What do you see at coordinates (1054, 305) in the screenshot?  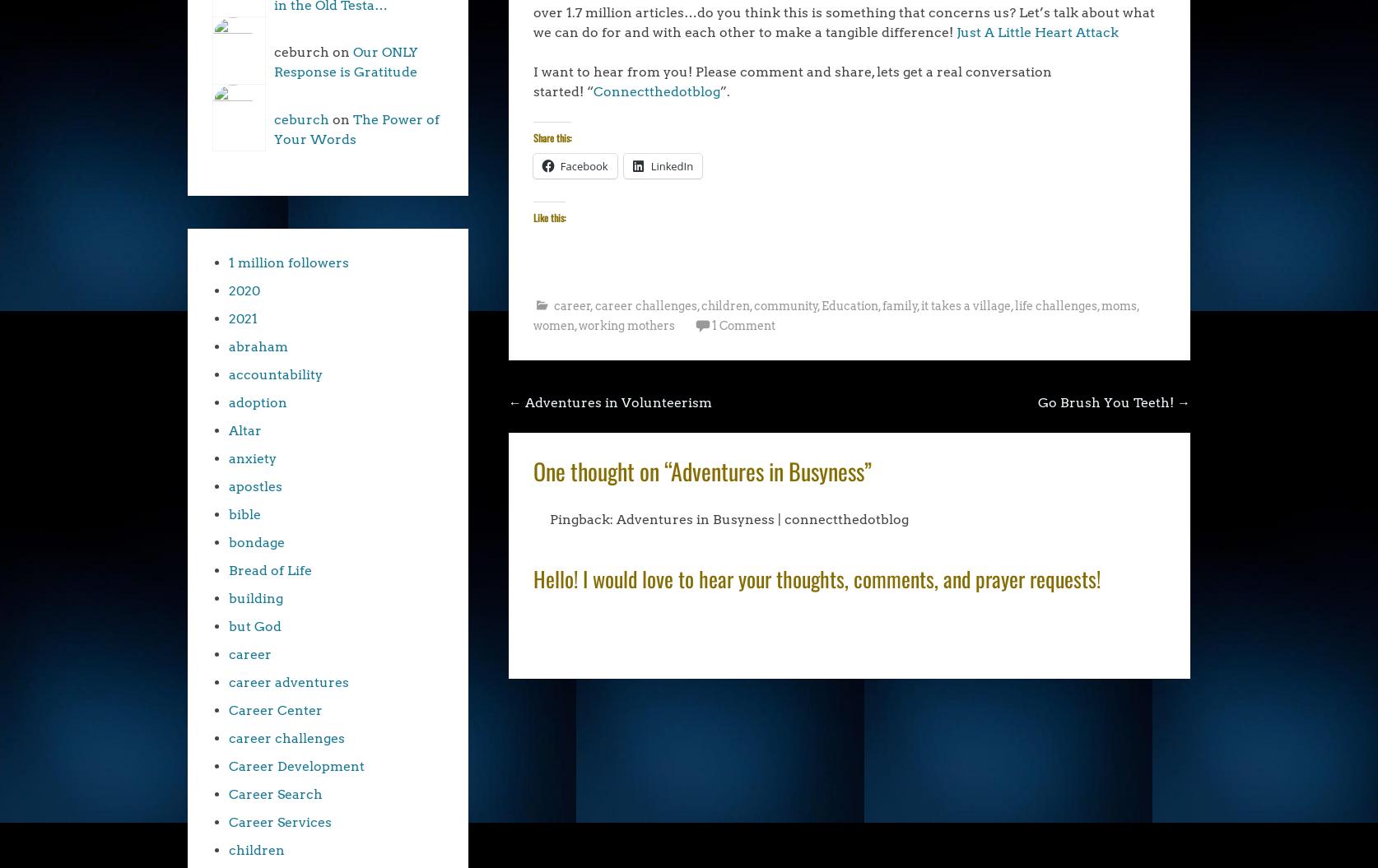 I see `'life challenges'` at bounding box center [1054, 305].